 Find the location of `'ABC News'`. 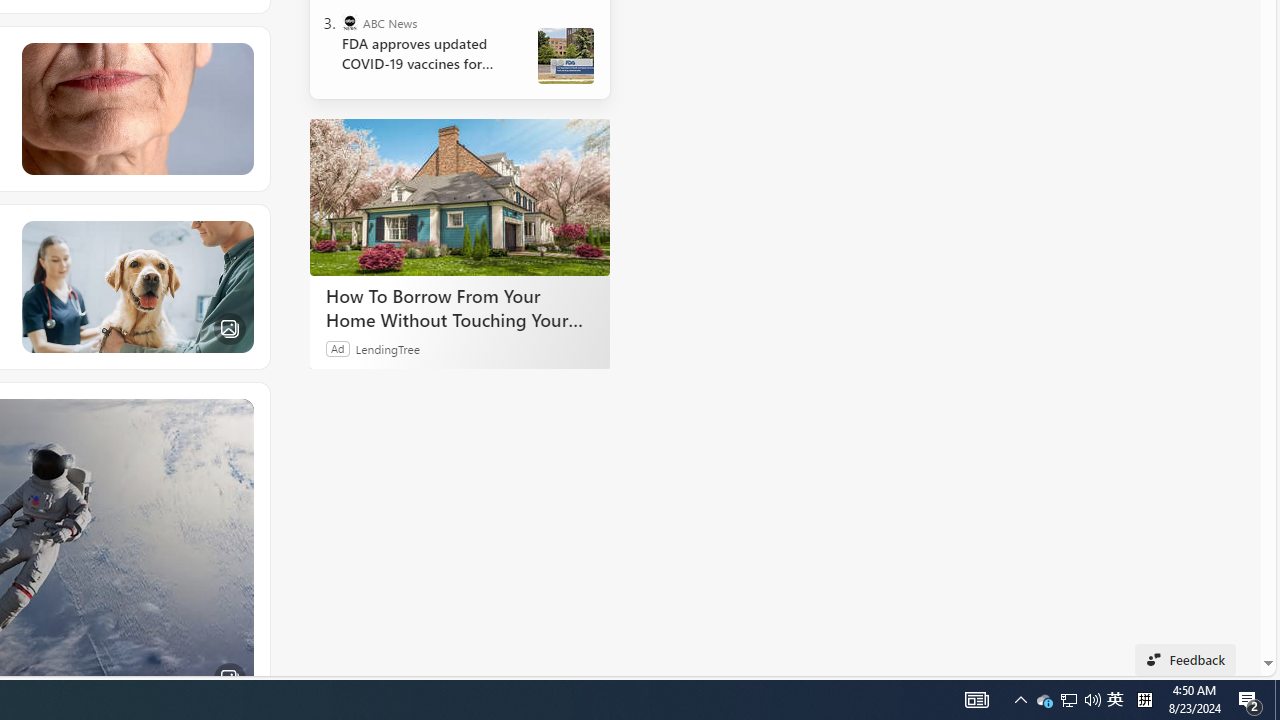

'ABC News' is located at coordinates (350, 23).